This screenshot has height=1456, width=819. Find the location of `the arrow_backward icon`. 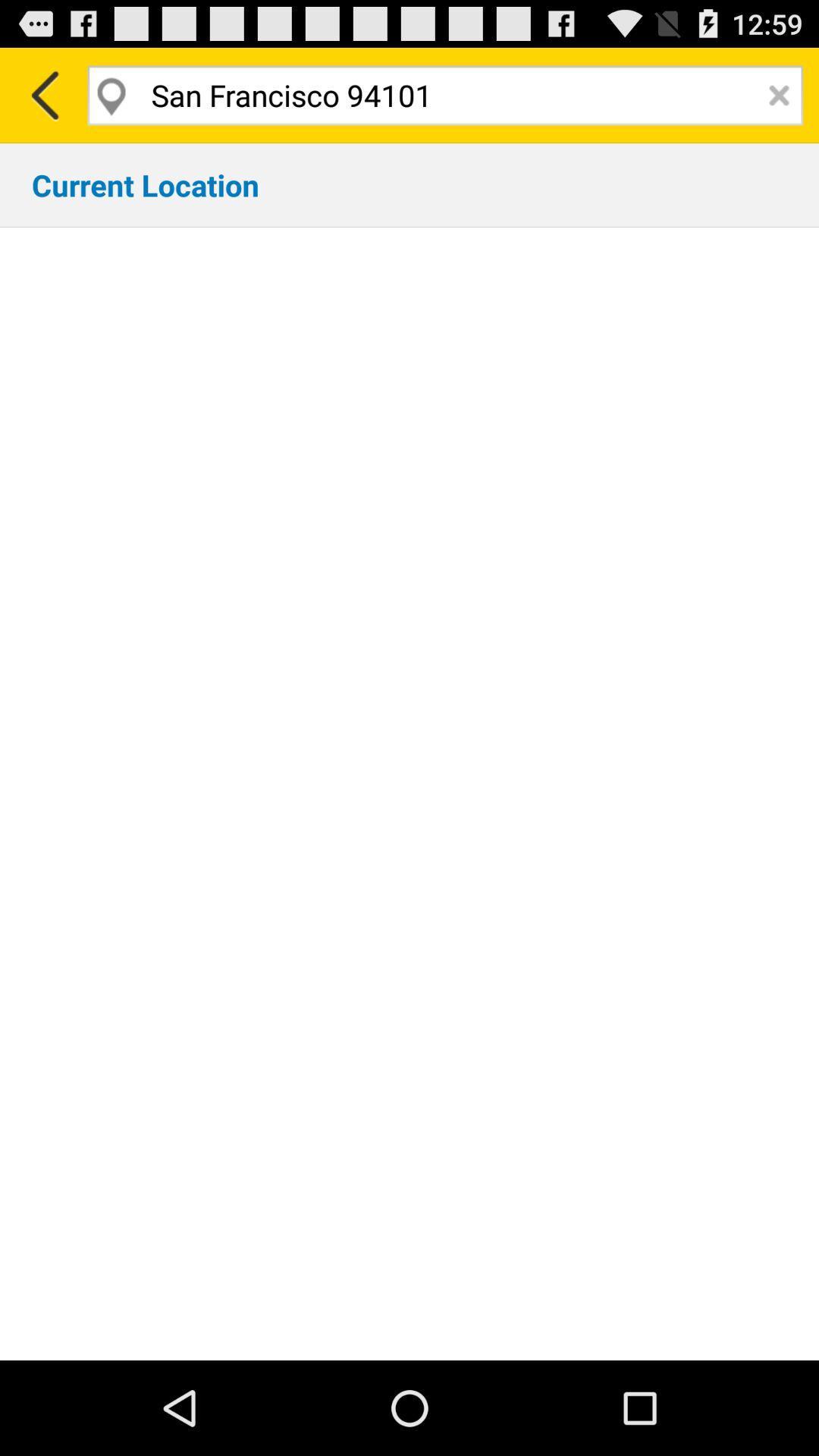

the arrow_backward icon is located at coordinates (42, 101).